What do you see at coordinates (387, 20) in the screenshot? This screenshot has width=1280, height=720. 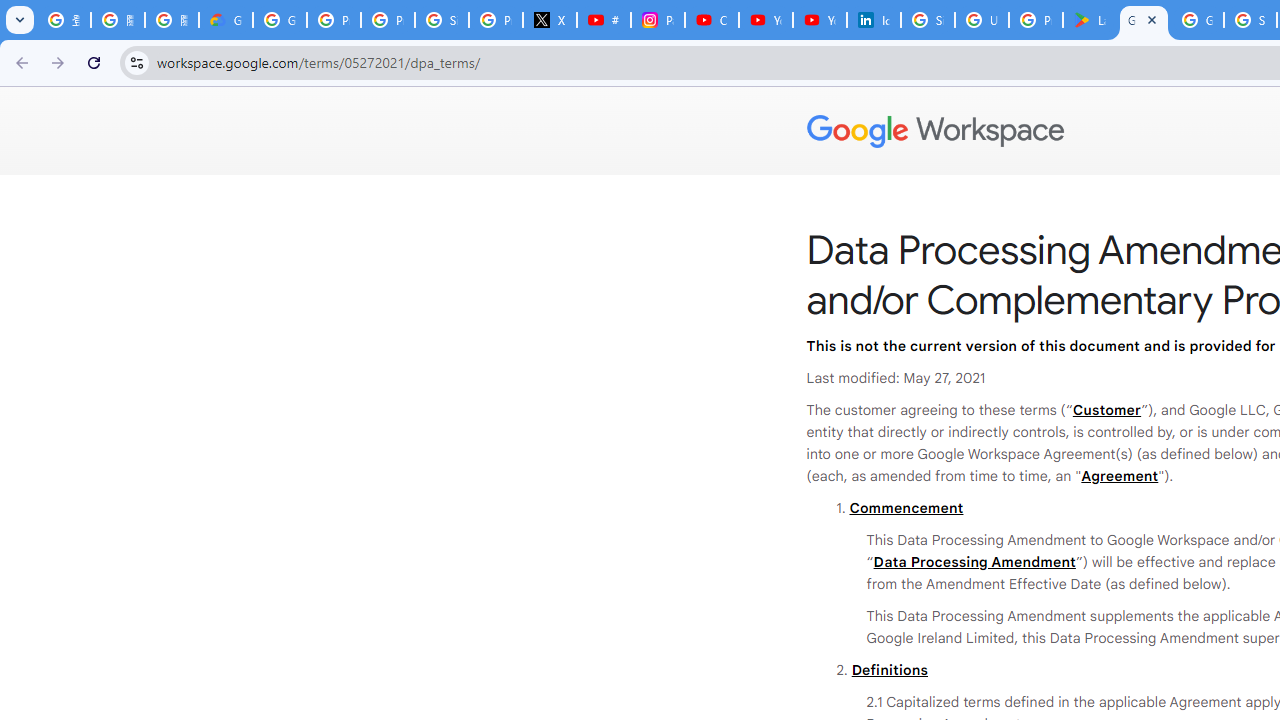 I see `'Privacy Help Center - Policies Help'` at bounding box center [387, 20].